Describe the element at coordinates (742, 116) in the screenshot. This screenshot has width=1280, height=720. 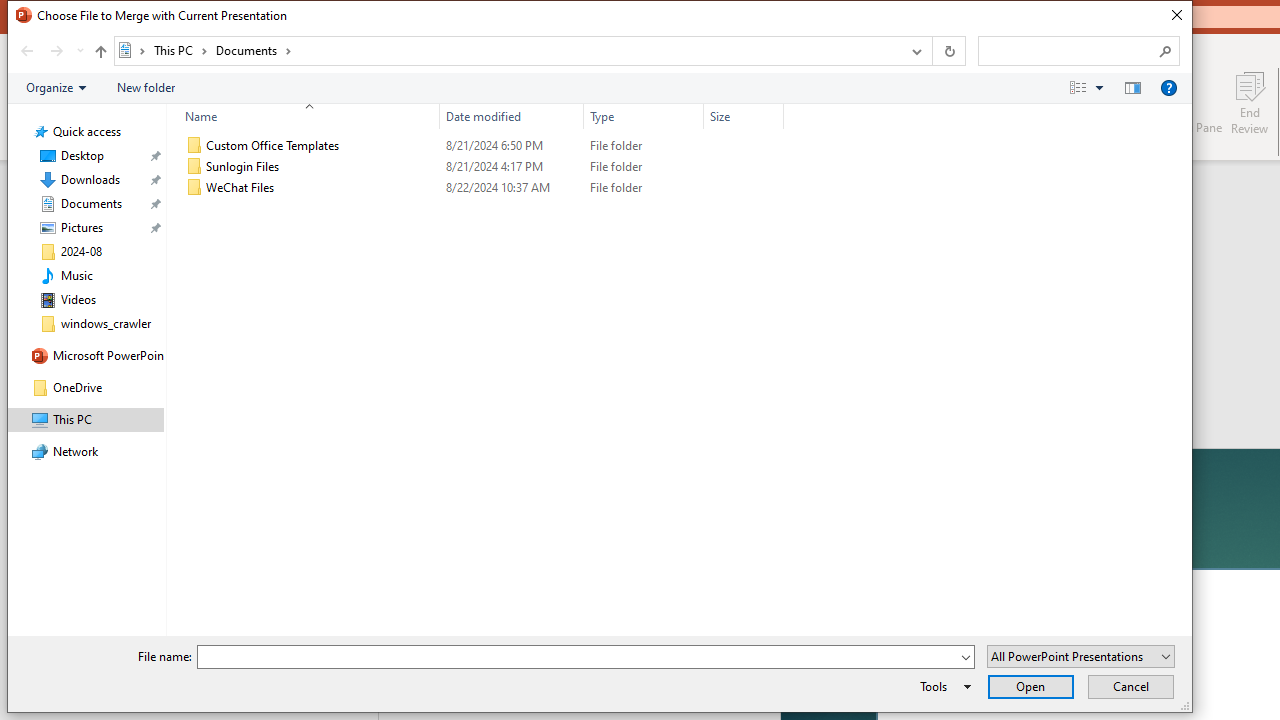
I see `'Size'` at that location.